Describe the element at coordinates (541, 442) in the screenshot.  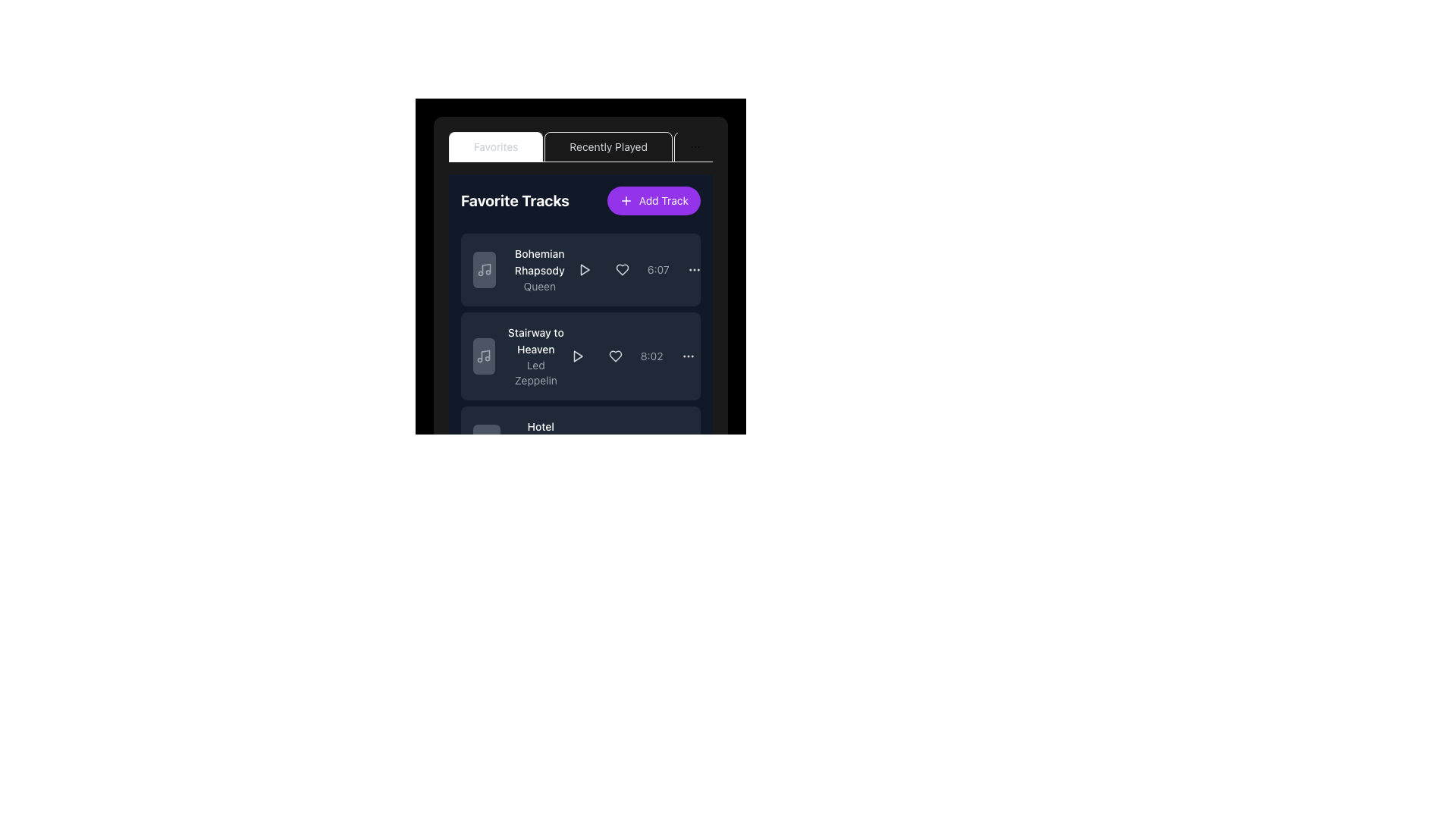
I see `the song entry text block titled 'Hotel California' by 'Eagles'` at that location.